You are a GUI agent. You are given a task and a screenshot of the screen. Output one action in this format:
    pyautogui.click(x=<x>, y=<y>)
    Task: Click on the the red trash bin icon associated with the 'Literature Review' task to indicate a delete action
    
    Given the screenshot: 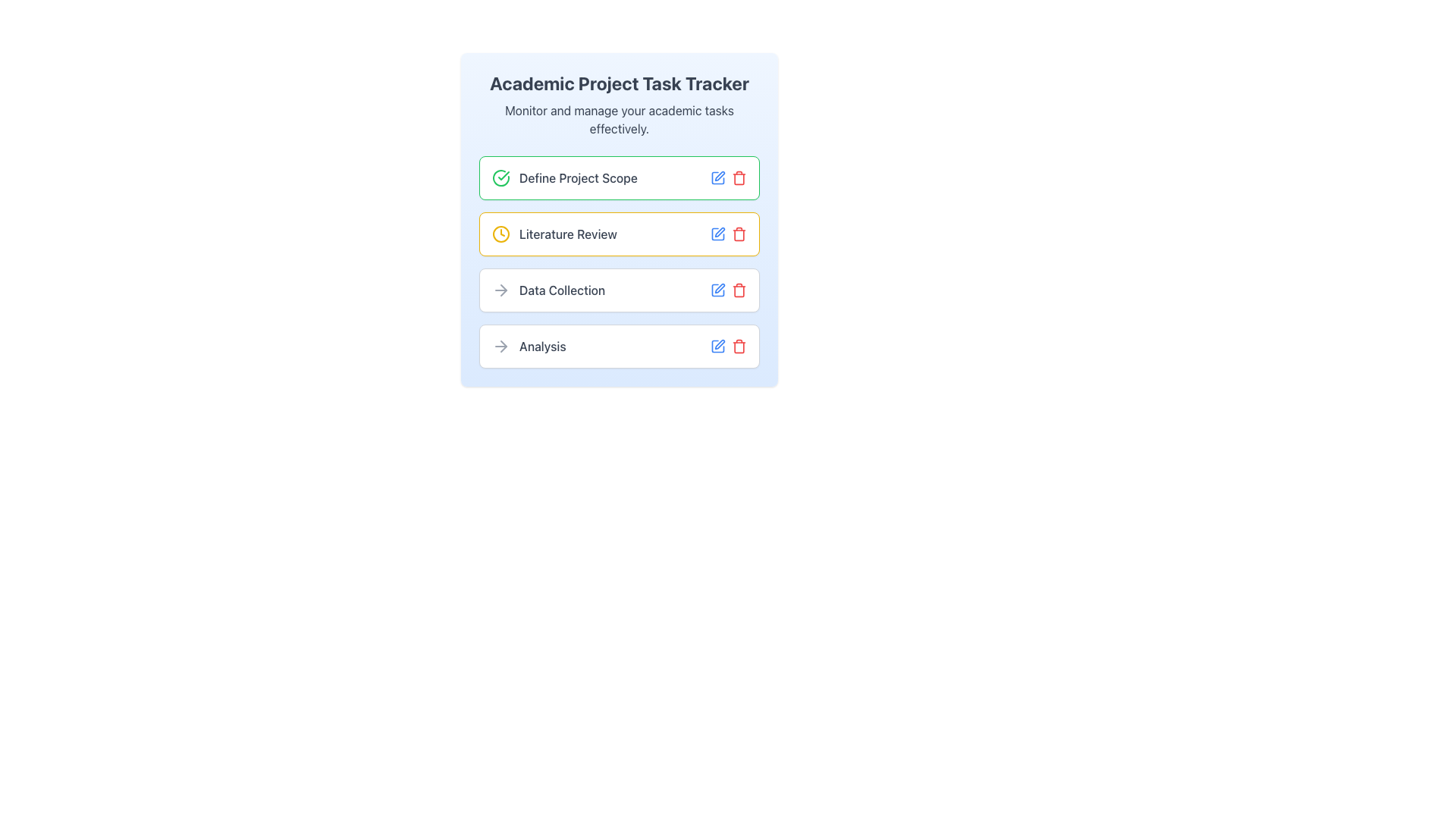 What is the action you would take?
    pyautogui.click(x=739, y=234)
    